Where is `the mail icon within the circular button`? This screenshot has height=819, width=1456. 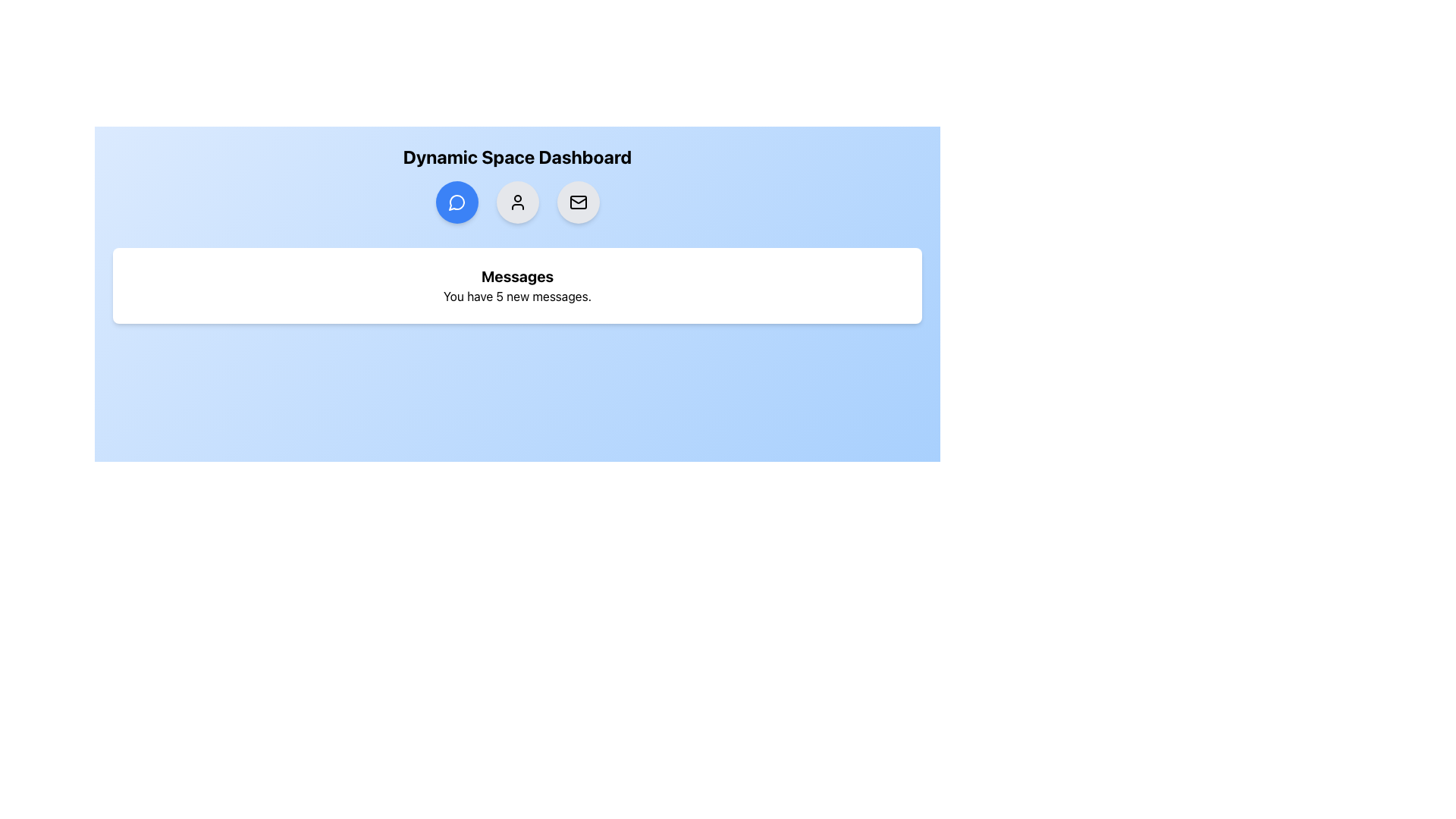 the mail icon within the circular button is located at coordinates (577, 201).